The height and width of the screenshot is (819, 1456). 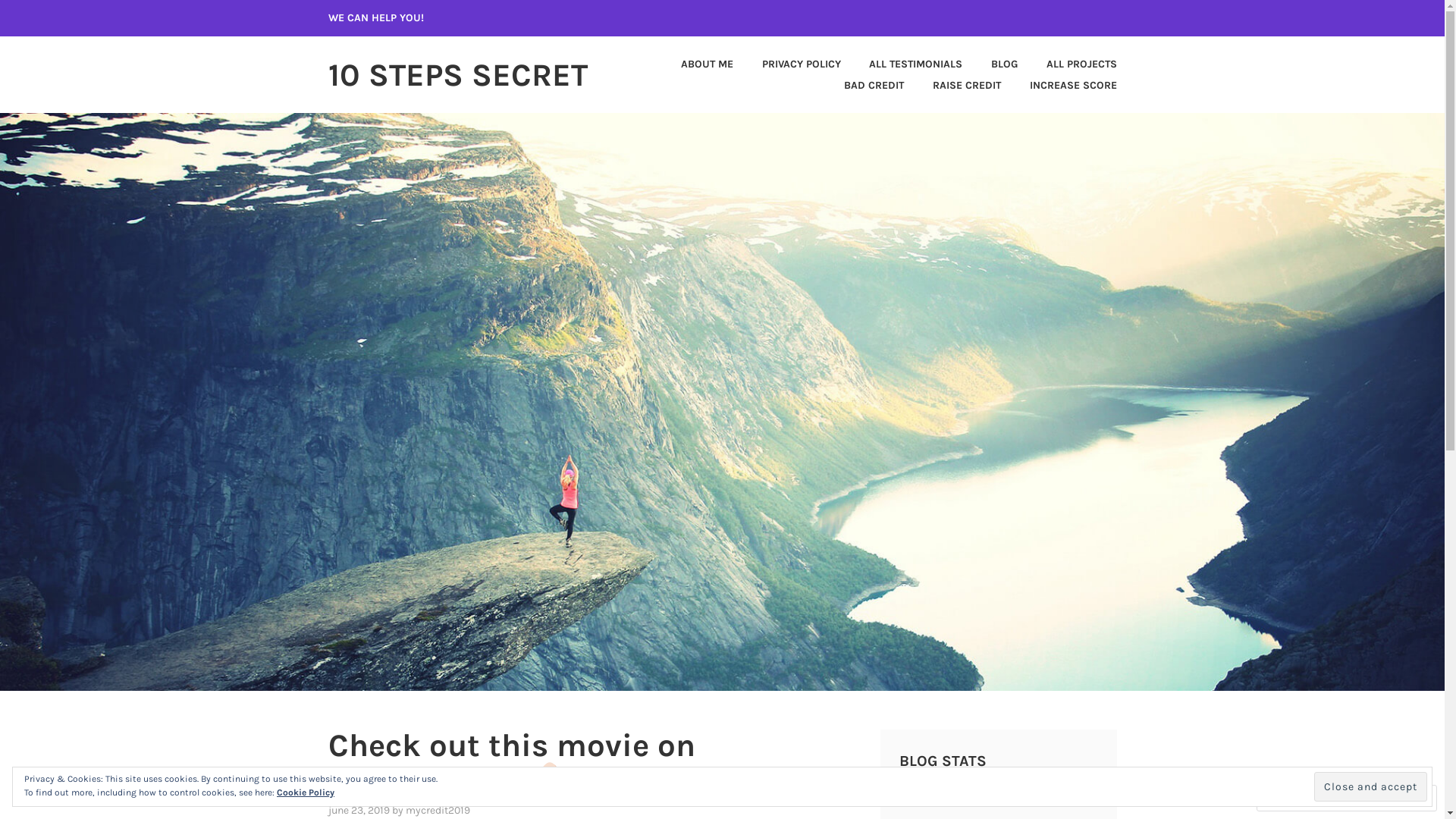 What do you see at coordinates (357, 809) in the screenshot?
I see `'june 23, 2019'` at bounding box center [357, 809].